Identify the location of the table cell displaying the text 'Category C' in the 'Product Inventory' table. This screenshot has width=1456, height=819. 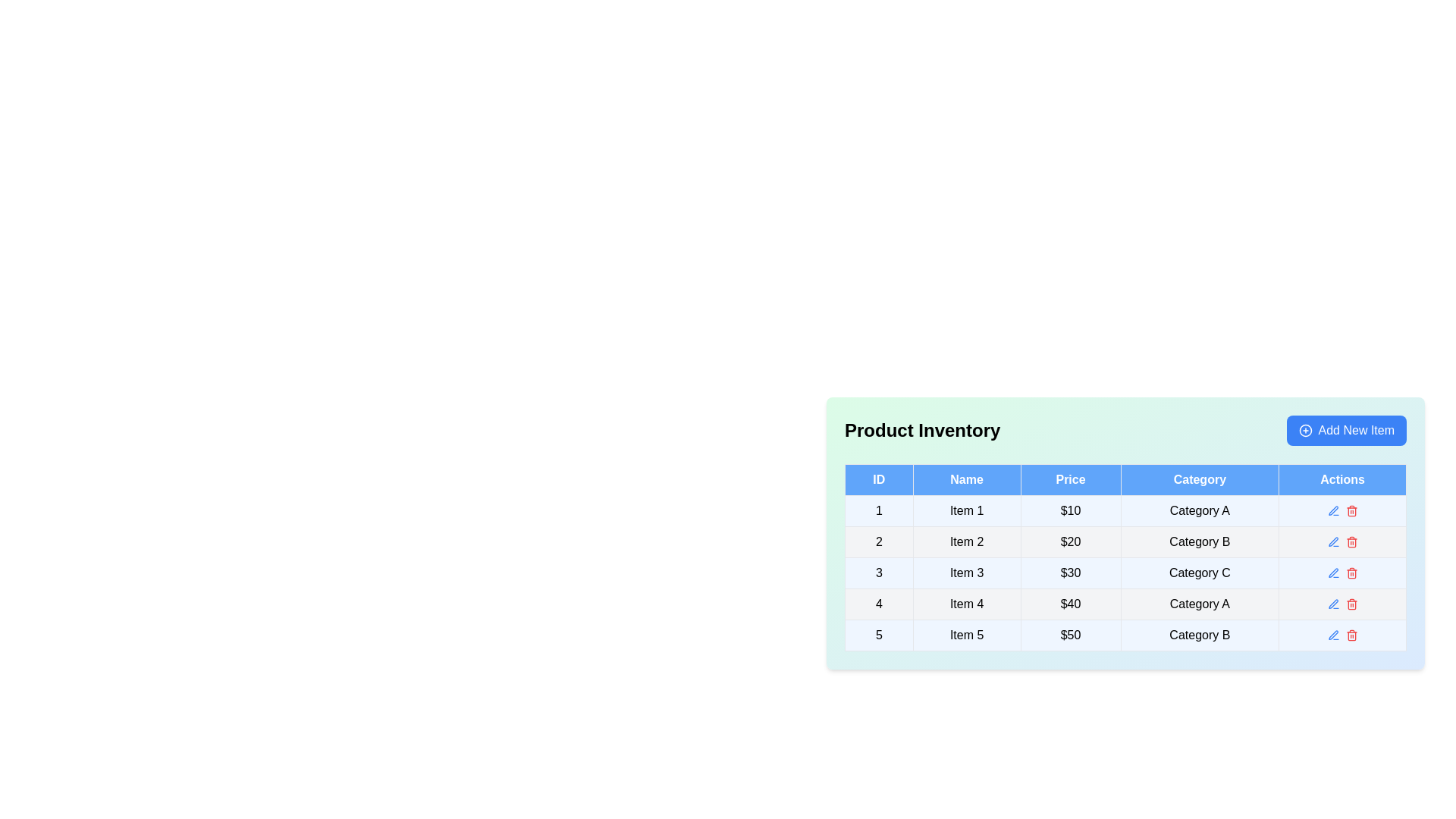
(1199, 573).